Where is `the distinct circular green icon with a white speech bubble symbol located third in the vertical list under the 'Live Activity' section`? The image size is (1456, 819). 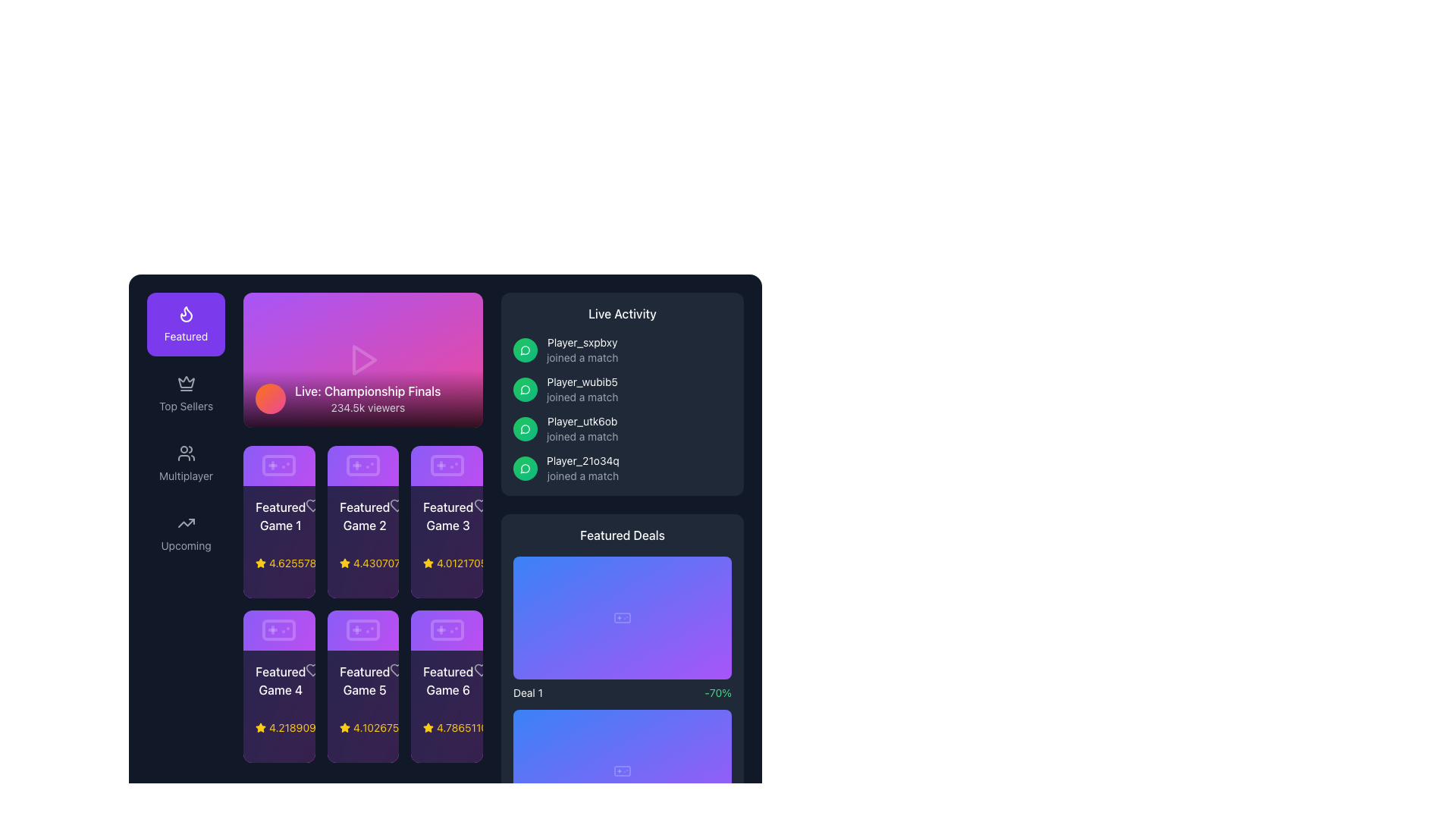 the distinct circular green icon with a white speech bubble symbol located third in the vertical list under the 'Live Activity' section is located at coordinates (525, 429).